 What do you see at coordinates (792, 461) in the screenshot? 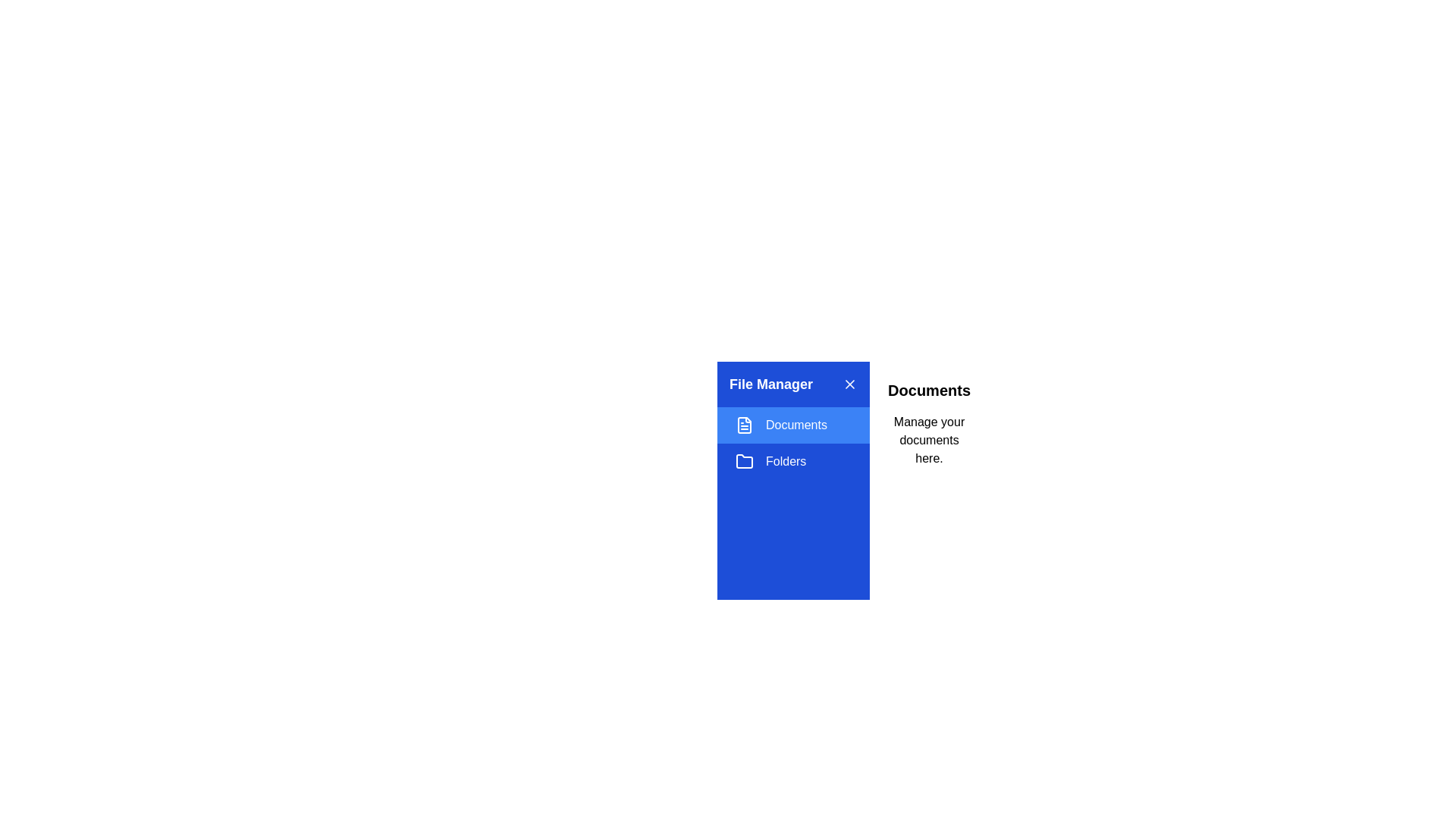
I see `the section Folders in the drawer` at bounding box center [792, 461].